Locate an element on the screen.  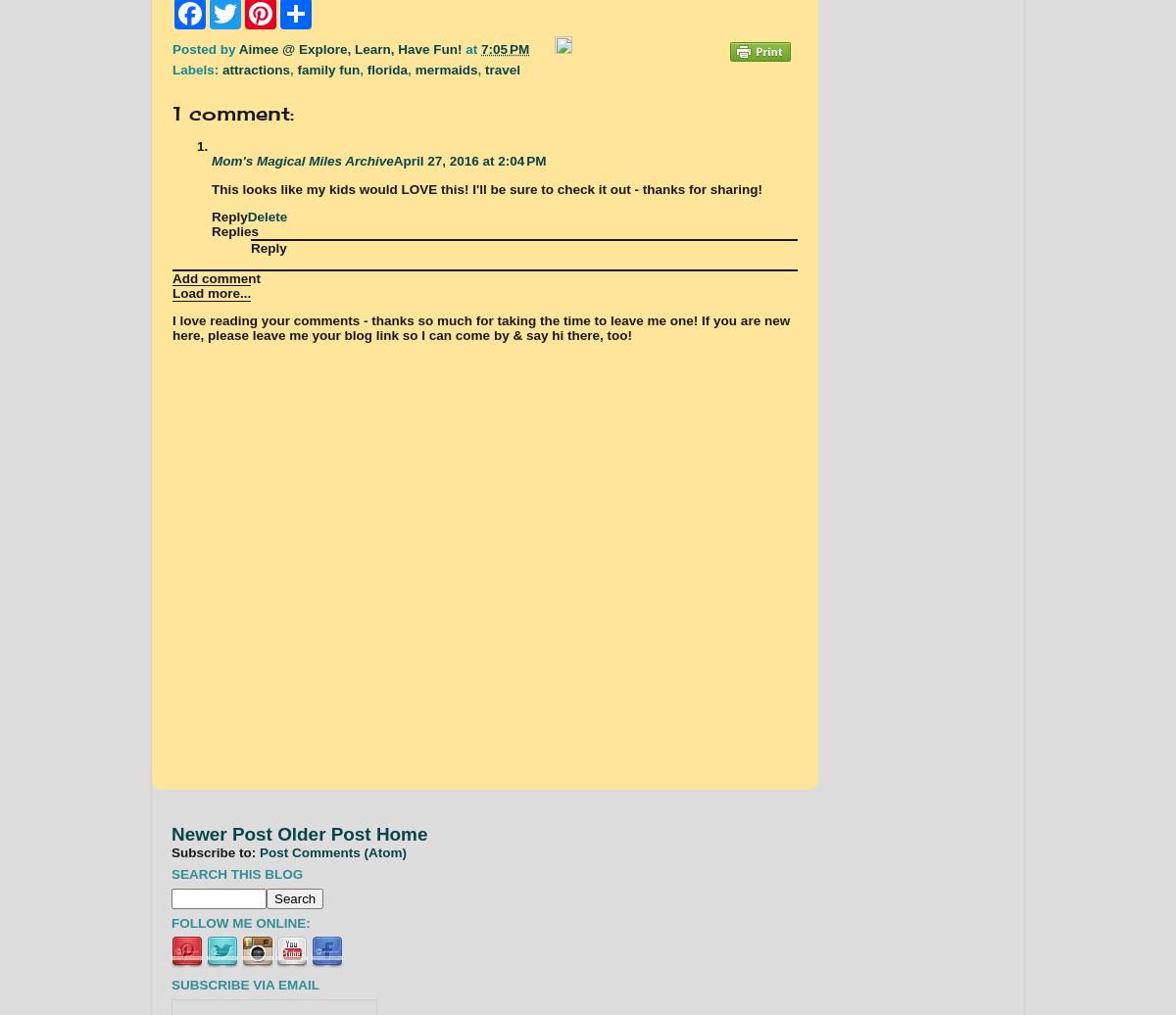
'at' is located at coordinates (472, 48).